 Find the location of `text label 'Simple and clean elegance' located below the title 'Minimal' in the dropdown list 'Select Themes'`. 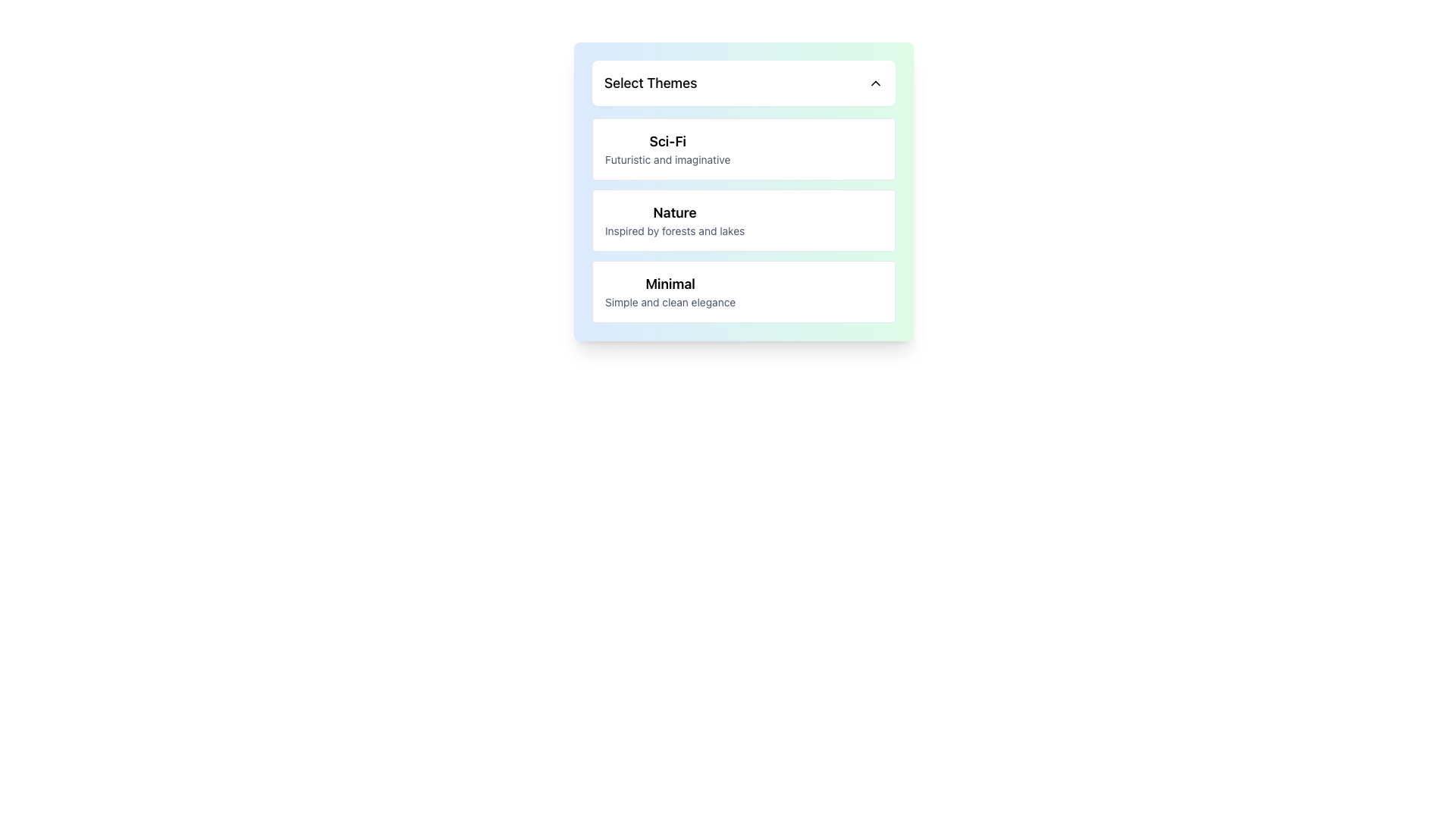

text label 'Simple and clean elegance' located below the title 'Minimal' in the dropdown list 'Select Themes' is located at coordinates (670, 302).